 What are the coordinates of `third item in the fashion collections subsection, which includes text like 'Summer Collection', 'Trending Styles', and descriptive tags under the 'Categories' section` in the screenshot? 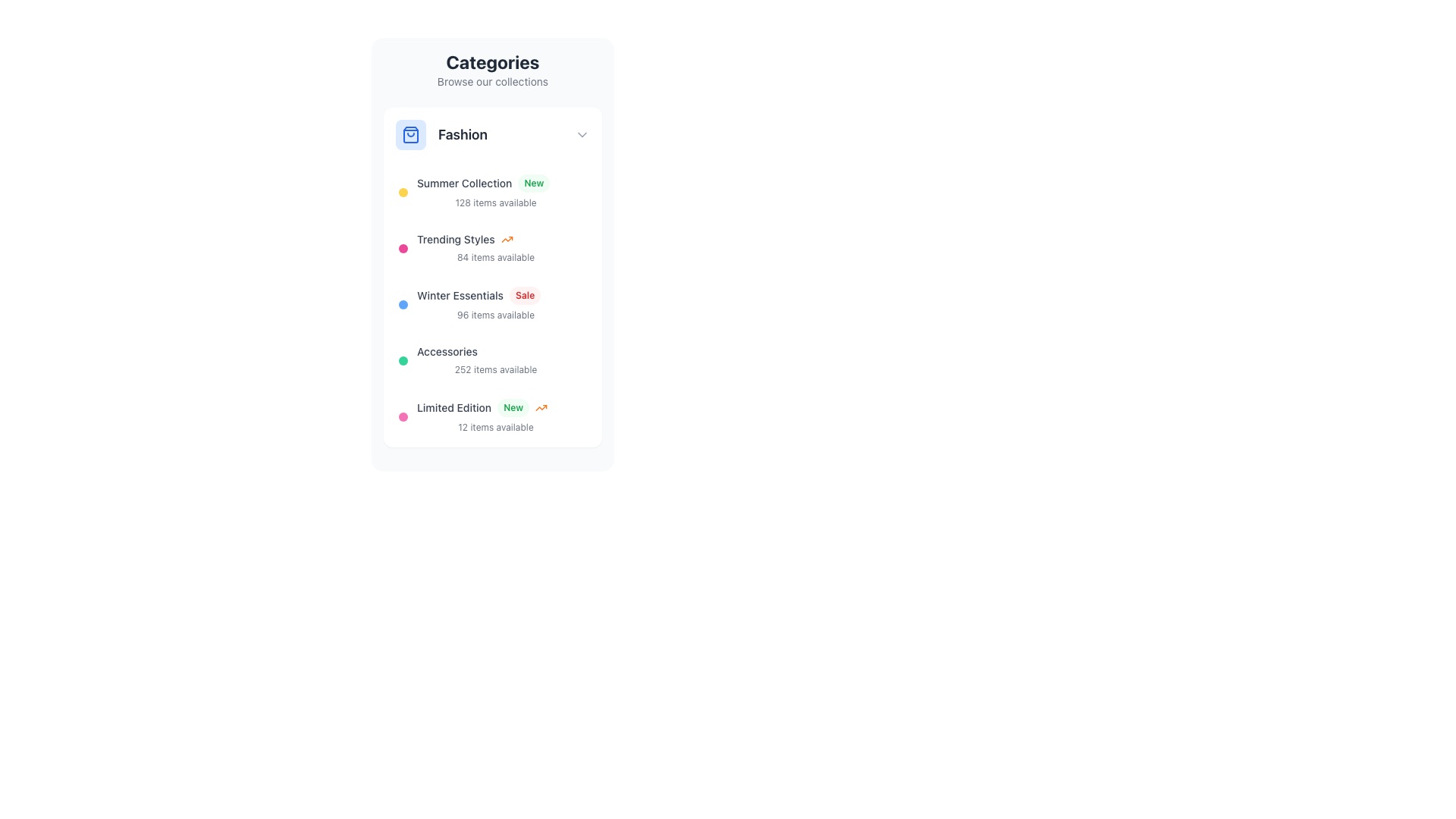 It's located at (492, 278).